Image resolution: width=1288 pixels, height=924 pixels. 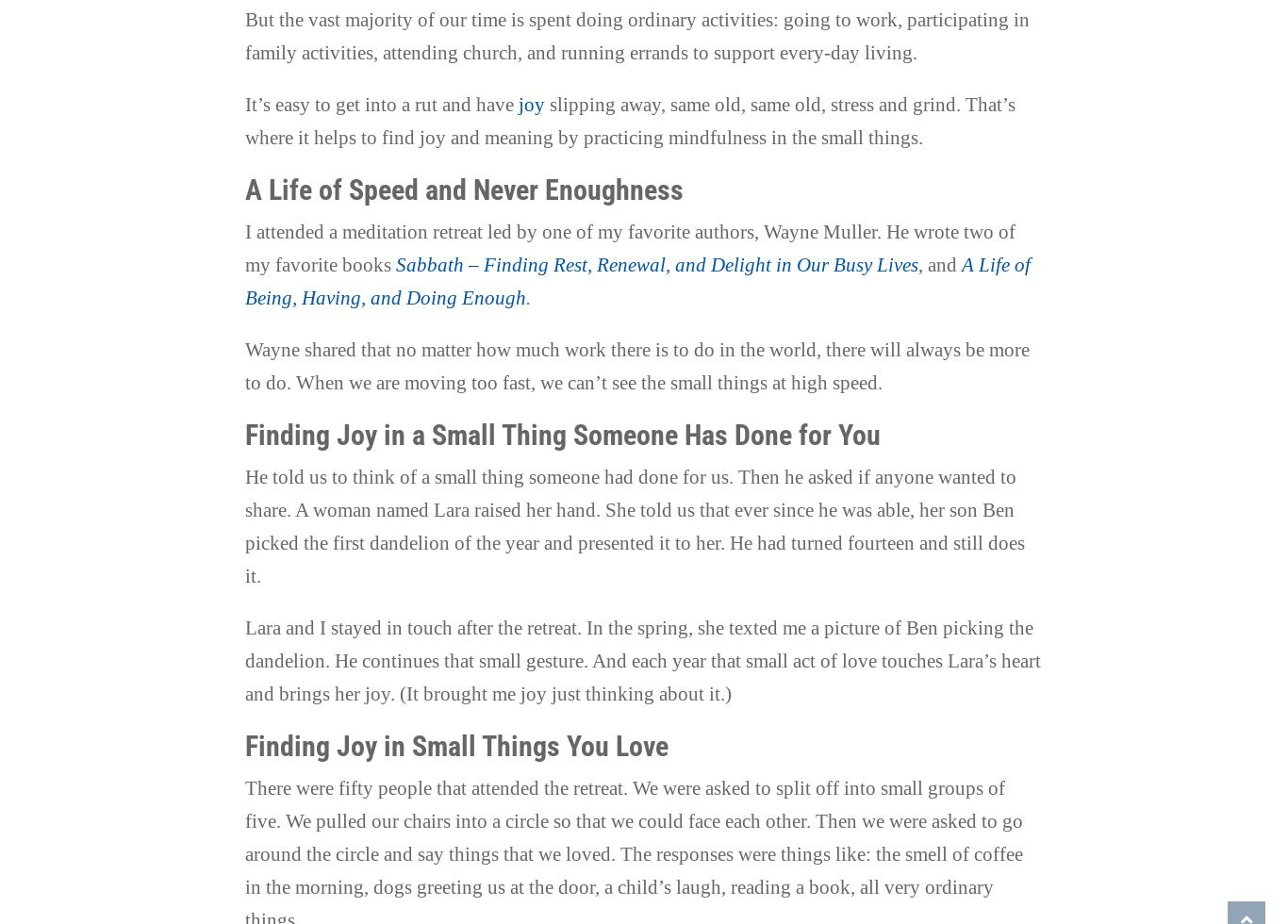 I want to click on 'A Life of Being, Having, and Doing Enough', so click(x=636, y=281).